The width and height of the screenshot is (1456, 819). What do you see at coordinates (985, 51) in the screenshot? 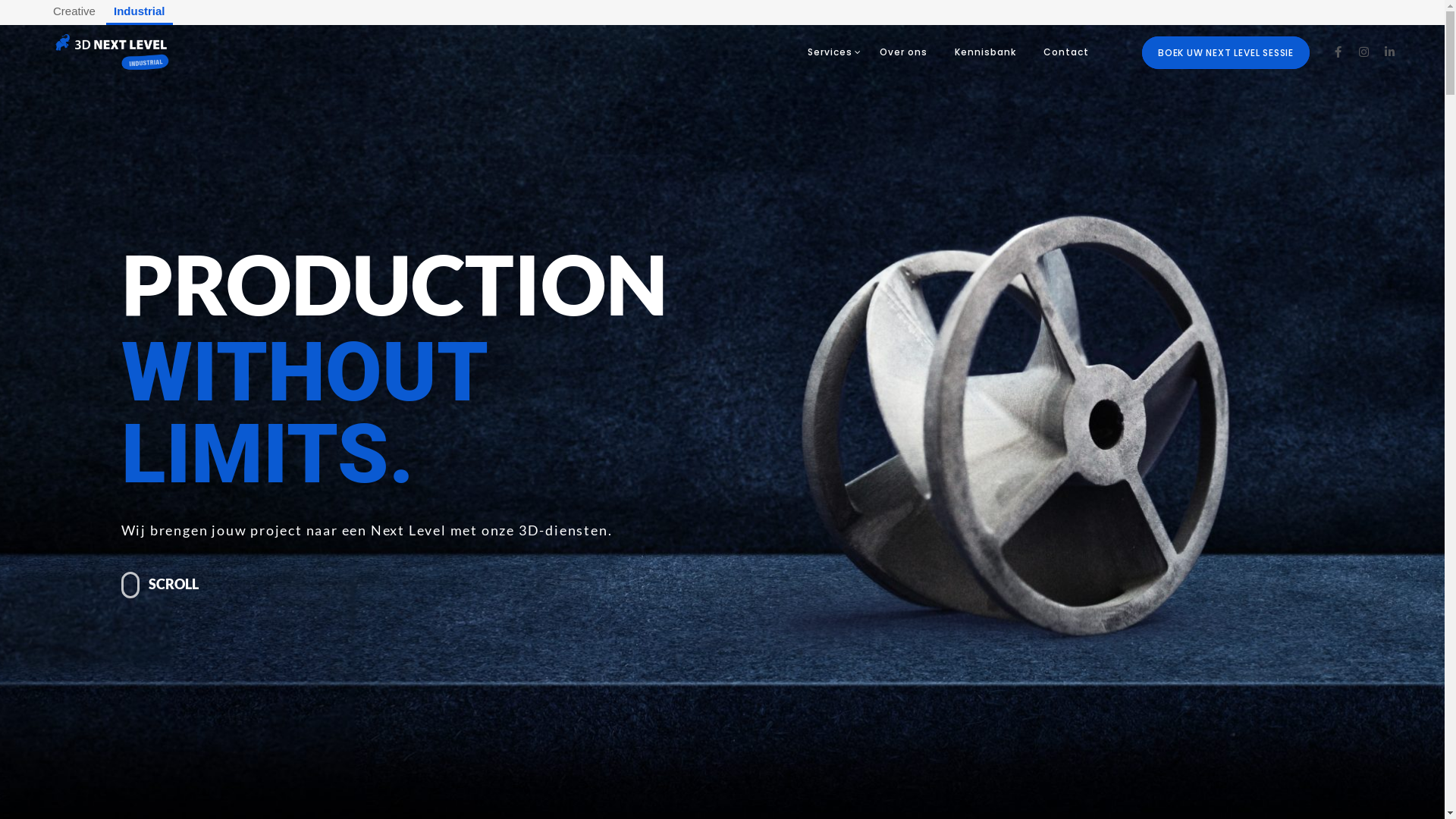
I see `'Kennisbank'` at bounding box center [985, 51].